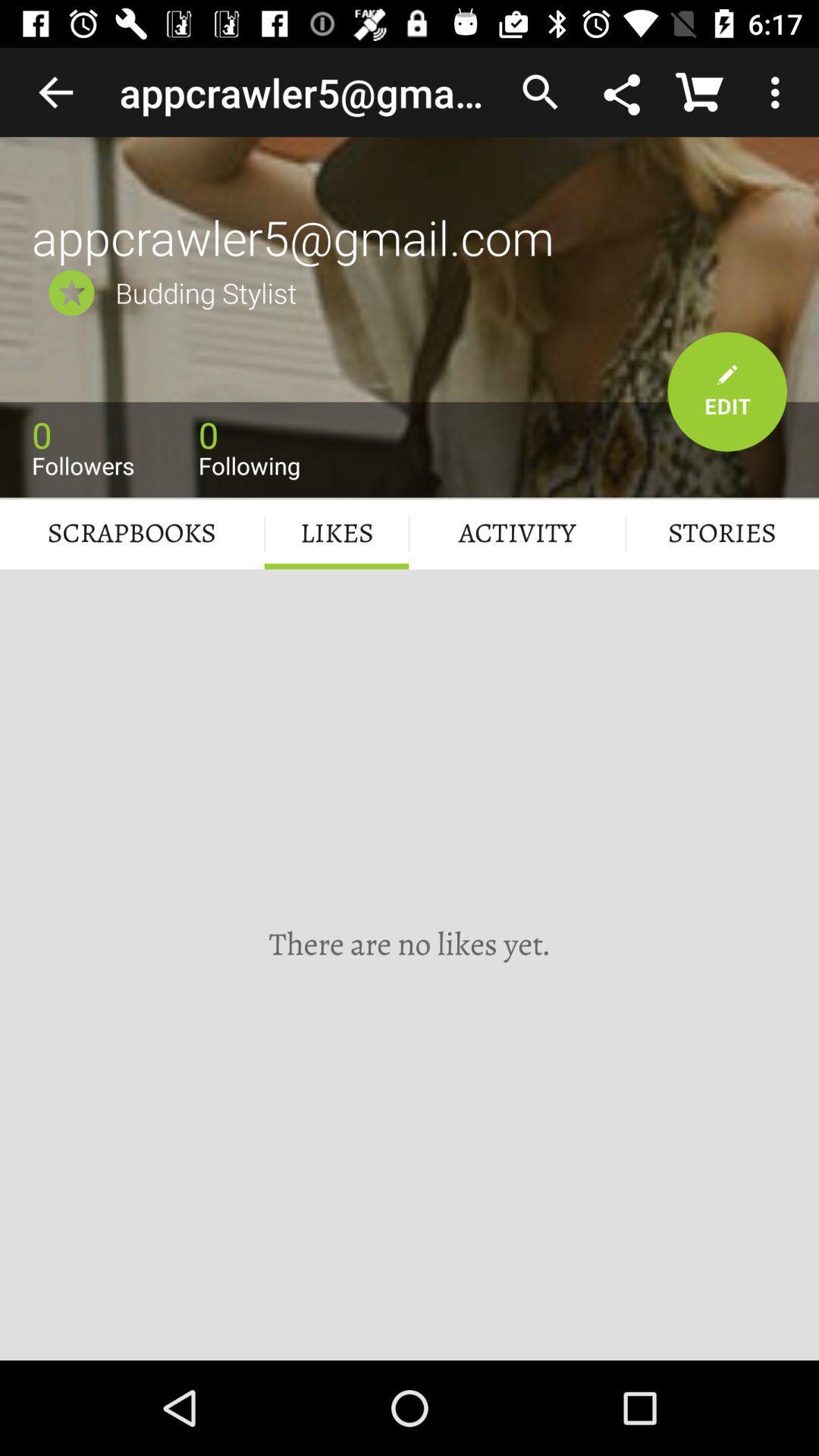  I want to click on share the article, so click(623, 91).